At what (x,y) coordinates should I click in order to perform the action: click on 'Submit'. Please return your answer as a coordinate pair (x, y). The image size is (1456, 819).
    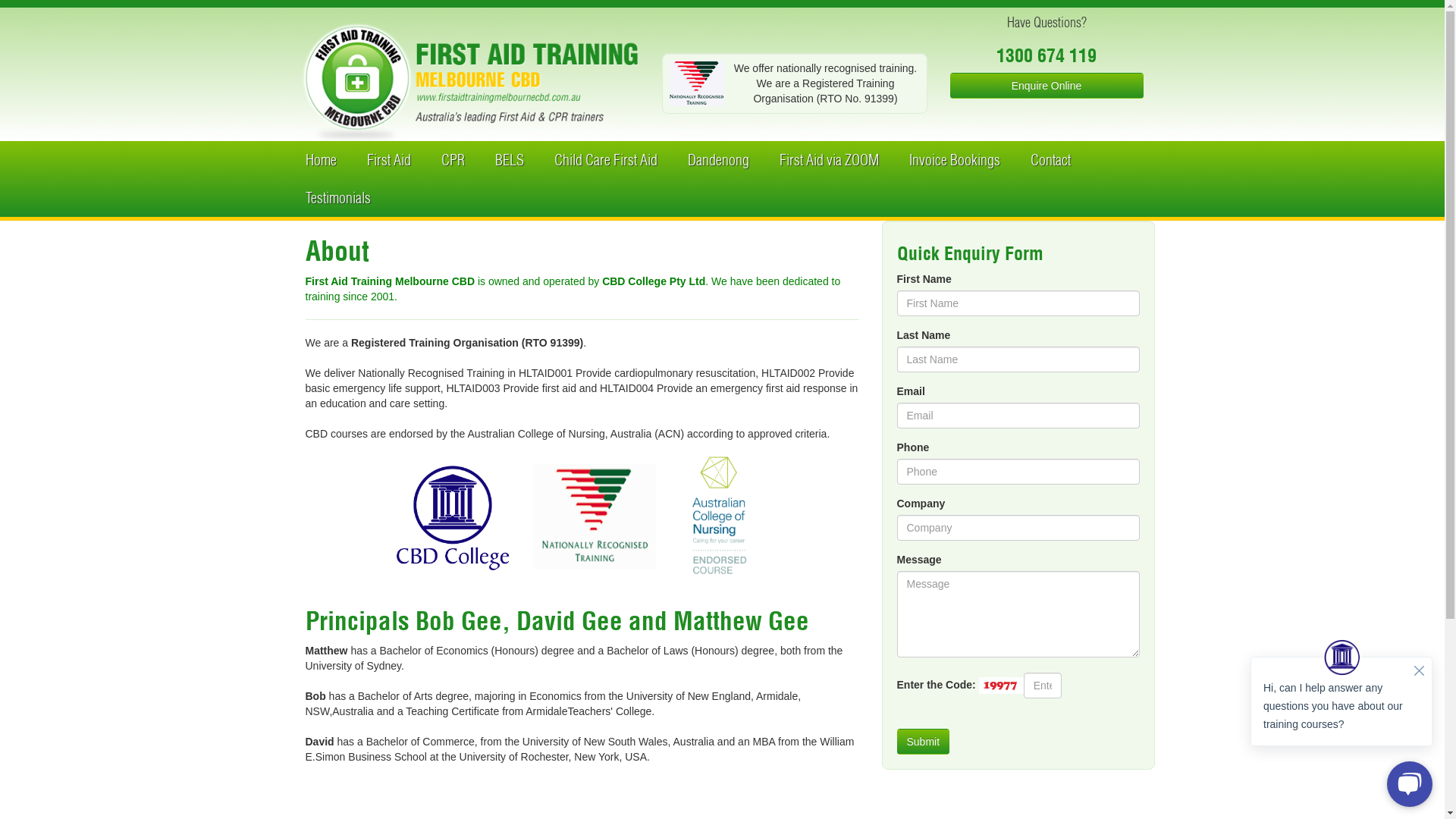
    Looking at the image, I should click on (922, 741).